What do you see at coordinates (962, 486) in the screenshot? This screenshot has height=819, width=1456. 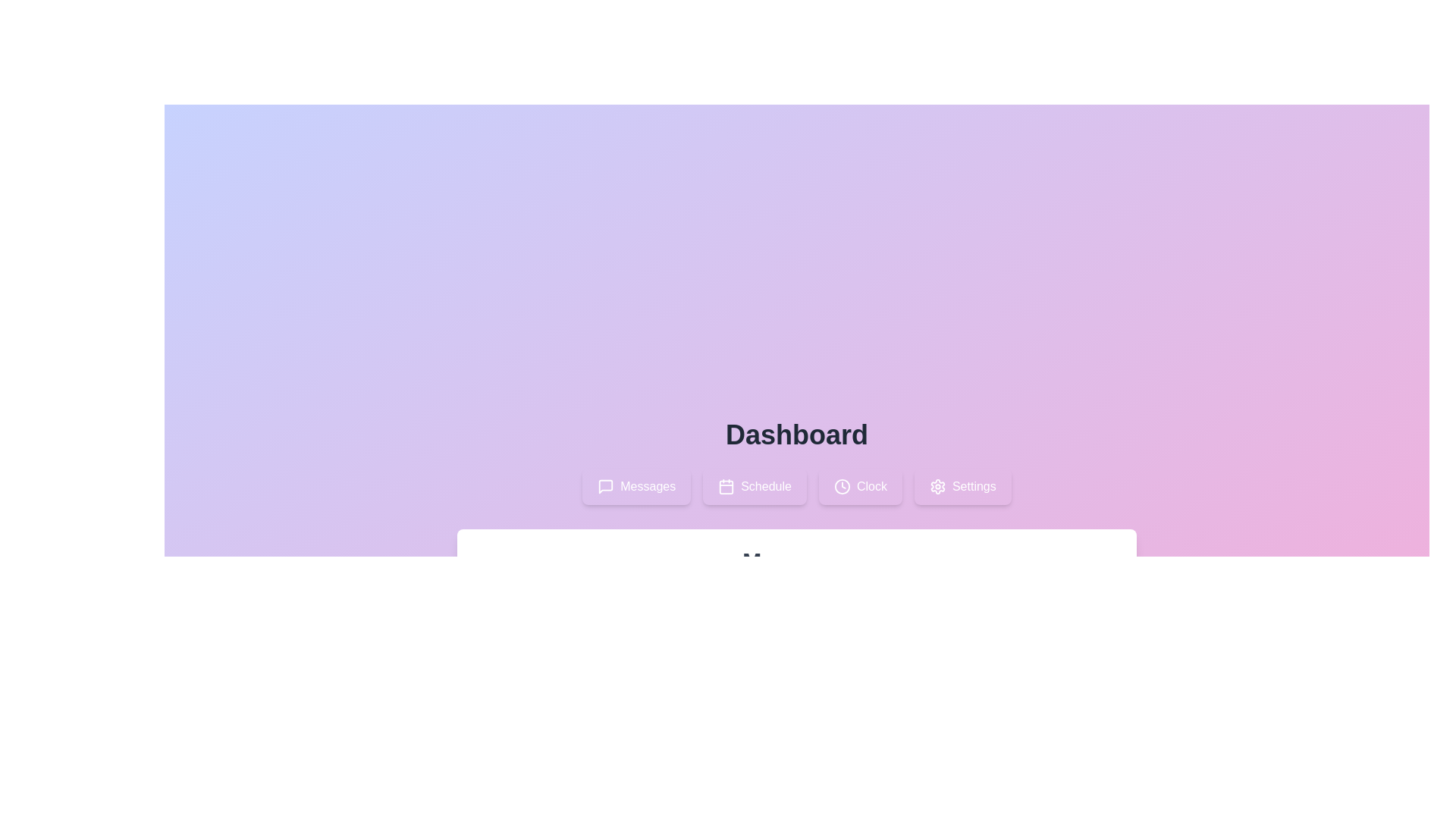 I see `the tab labeled Settings to observe its hover effect` at bounding box center [962, 486].